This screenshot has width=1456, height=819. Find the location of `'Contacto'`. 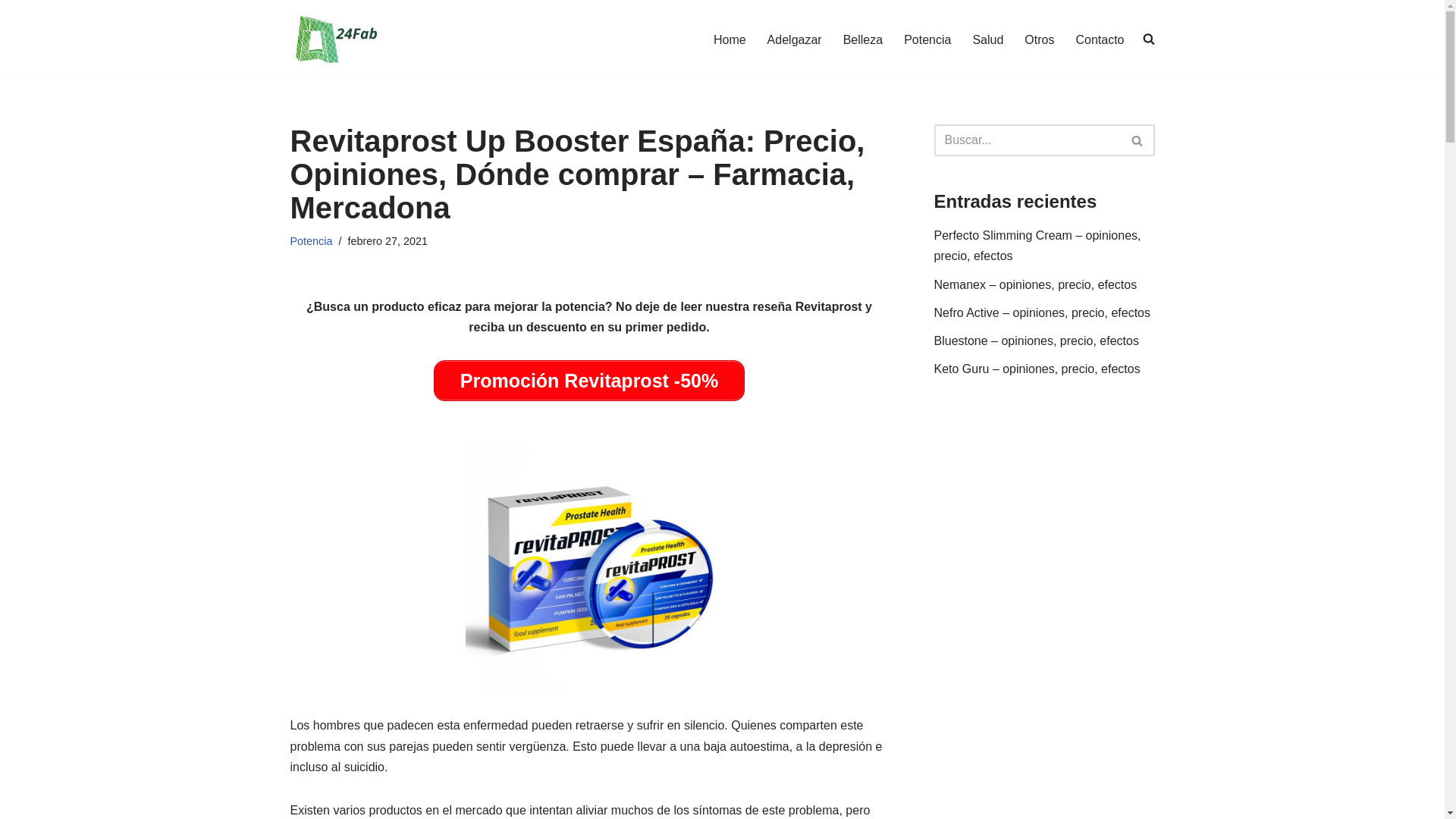

'Contacto' is located at coordinates (1099, 39).